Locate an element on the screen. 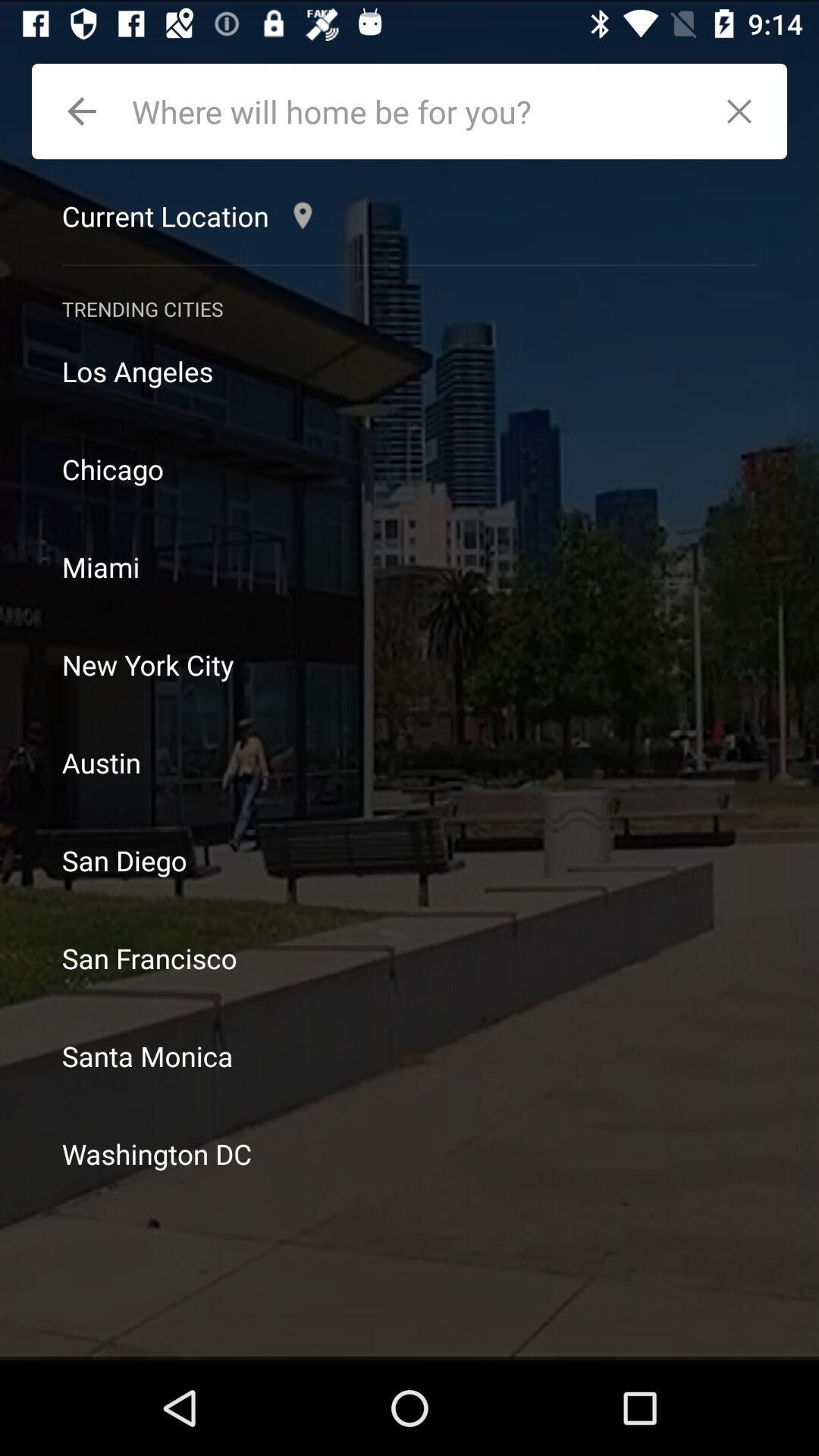 The image size is (819, 1456). miami icon is located at coordinates (409, 566).